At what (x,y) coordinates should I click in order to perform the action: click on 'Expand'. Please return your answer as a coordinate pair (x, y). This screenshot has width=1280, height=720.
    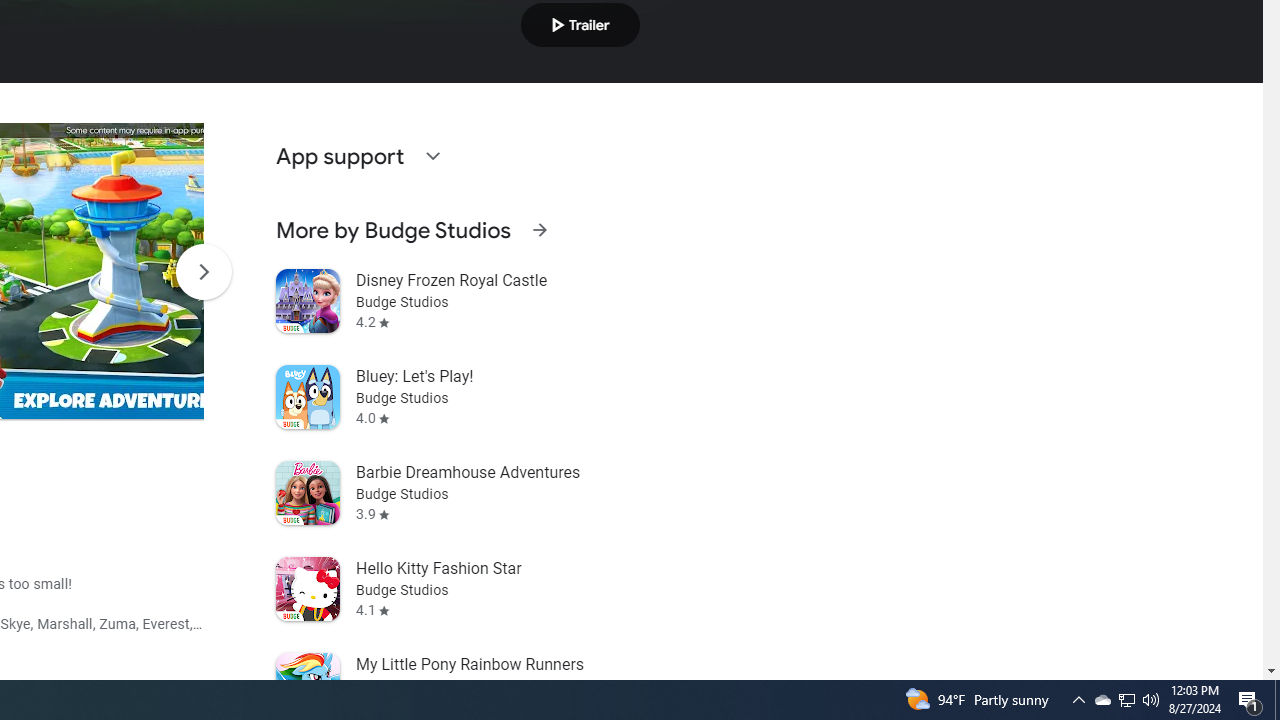
    Looking at the image, I should click on (431, 154).